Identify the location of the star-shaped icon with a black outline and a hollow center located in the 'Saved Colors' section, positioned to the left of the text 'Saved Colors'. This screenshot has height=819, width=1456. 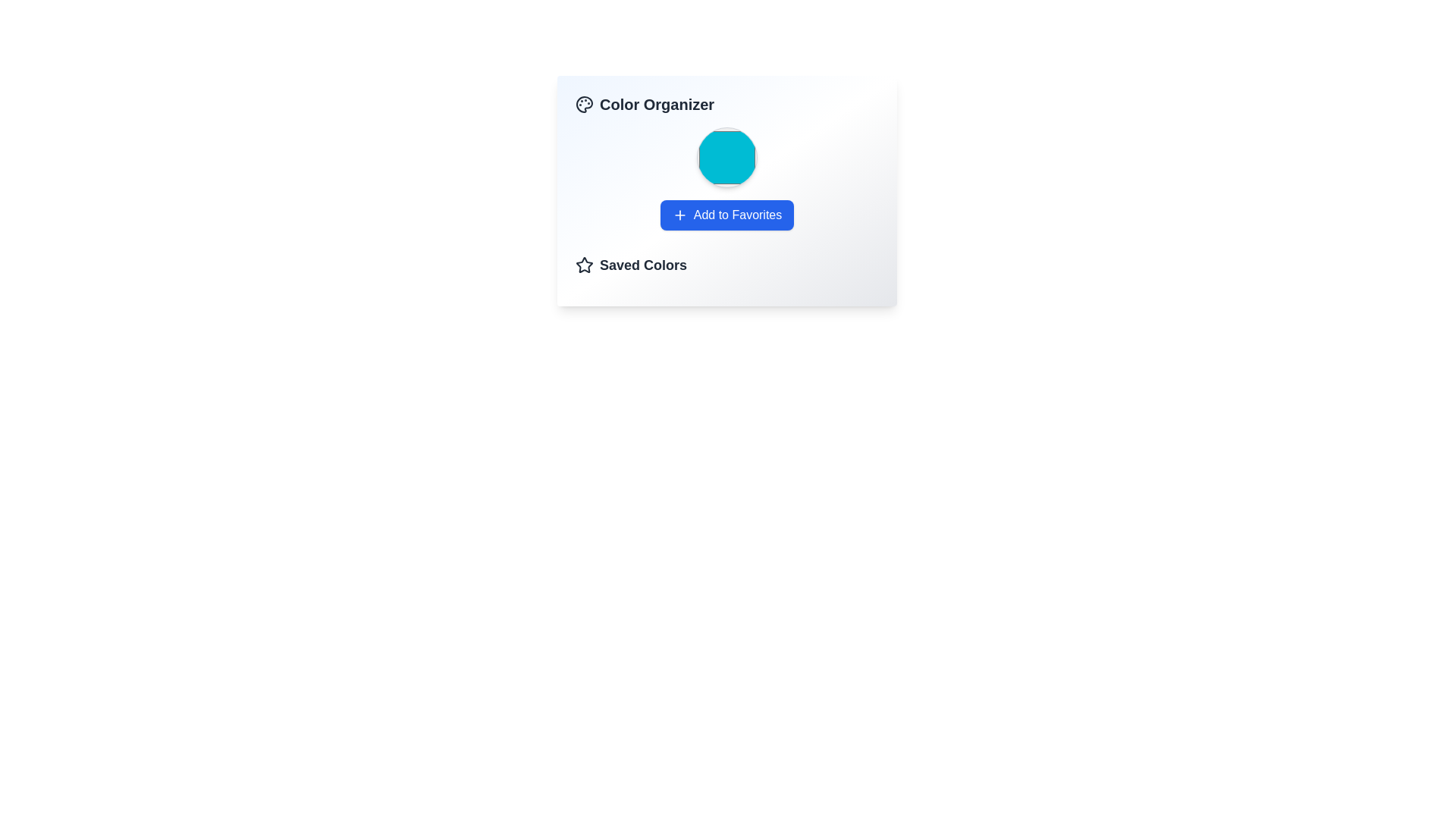
(584, 265).